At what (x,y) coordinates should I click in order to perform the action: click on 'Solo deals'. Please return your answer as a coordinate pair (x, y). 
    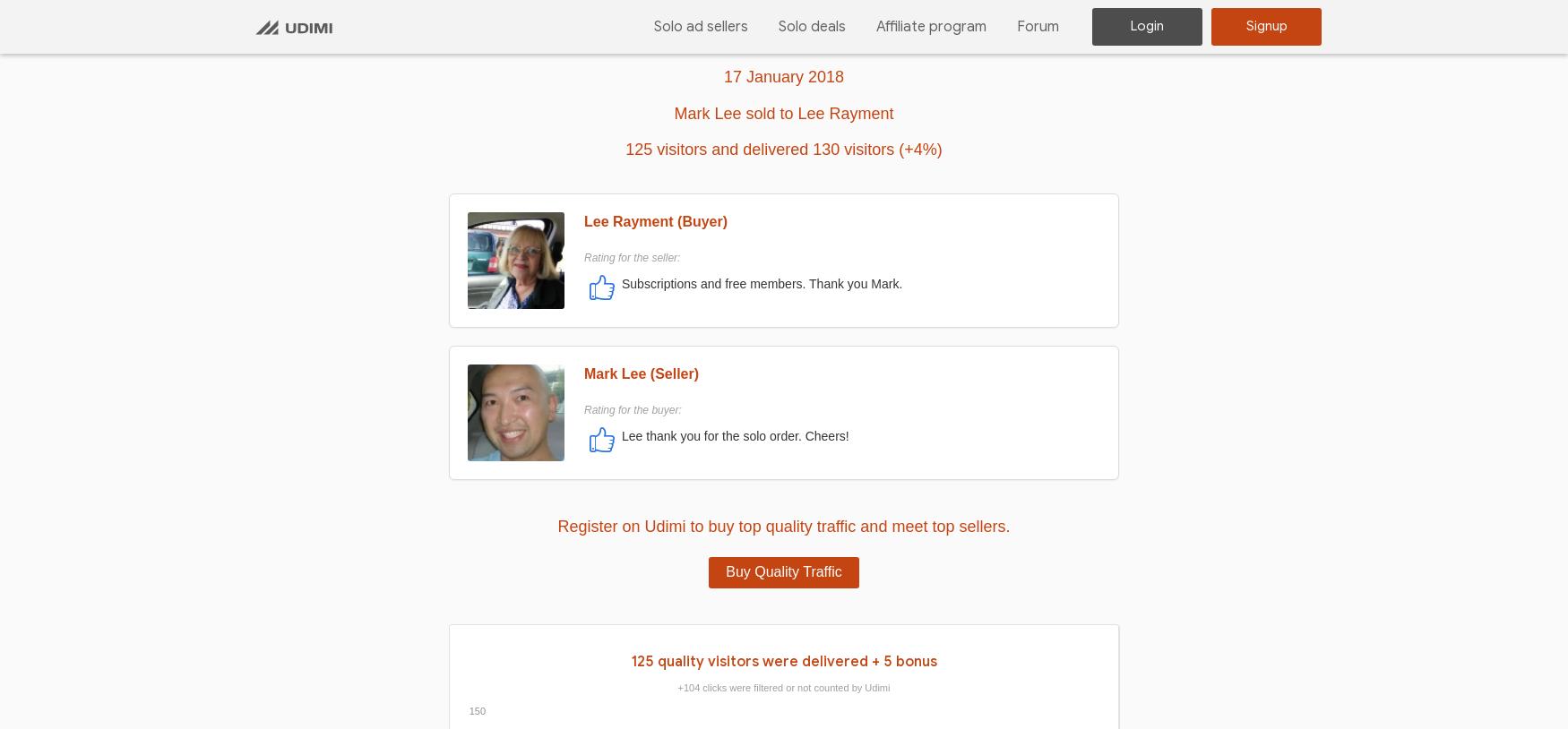
    Looking at the image, I should click on (811, 24).